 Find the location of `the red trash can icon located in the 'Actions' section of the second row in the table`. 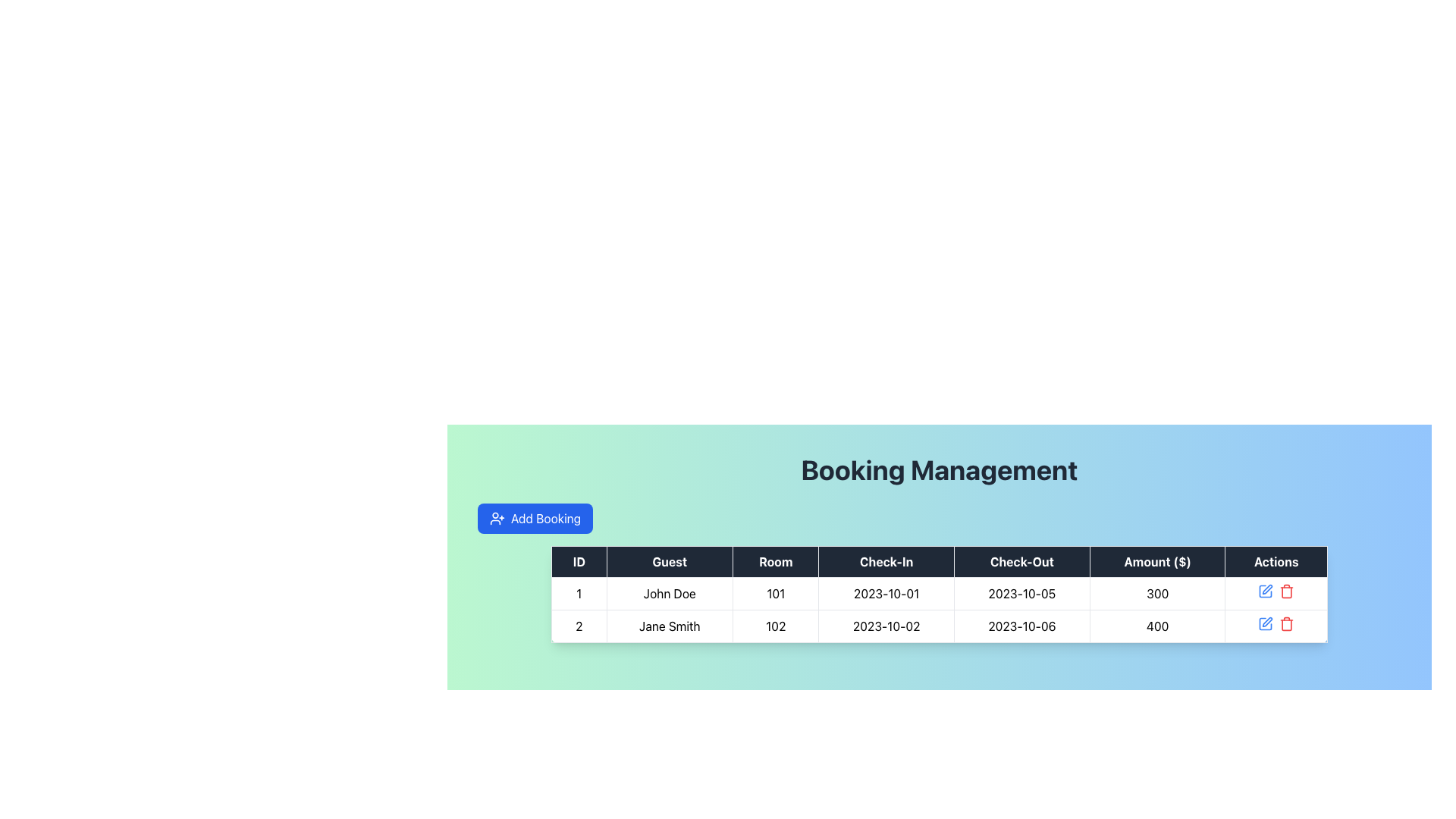

the red trash can icon located in the 'Actions' section of the second row in the table is located at coordinates (1286, 623).